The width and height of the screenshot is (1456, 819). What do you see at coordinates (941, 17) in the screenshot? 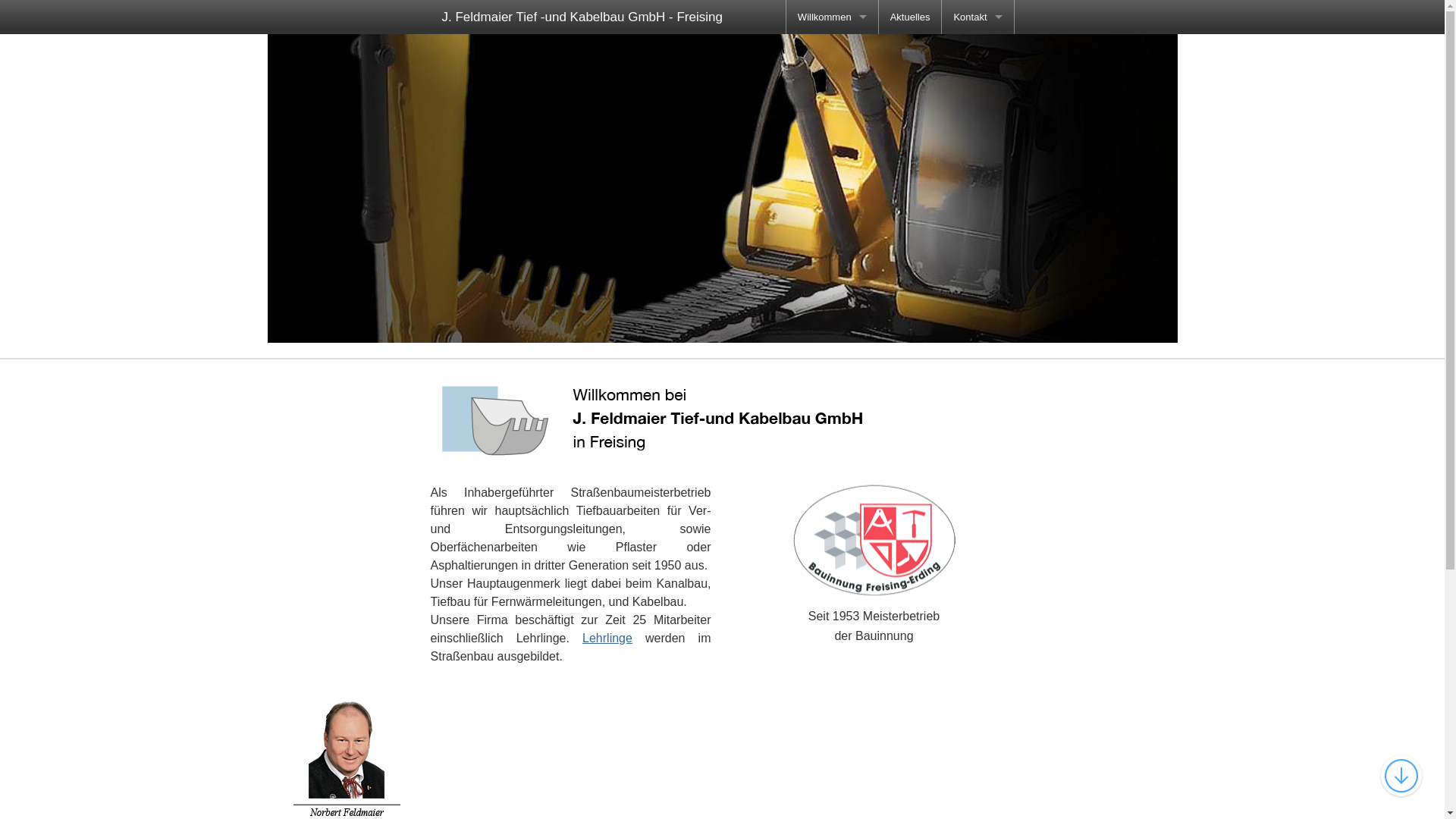
I see `'Kontakt'` at bounding box center [941, 17].